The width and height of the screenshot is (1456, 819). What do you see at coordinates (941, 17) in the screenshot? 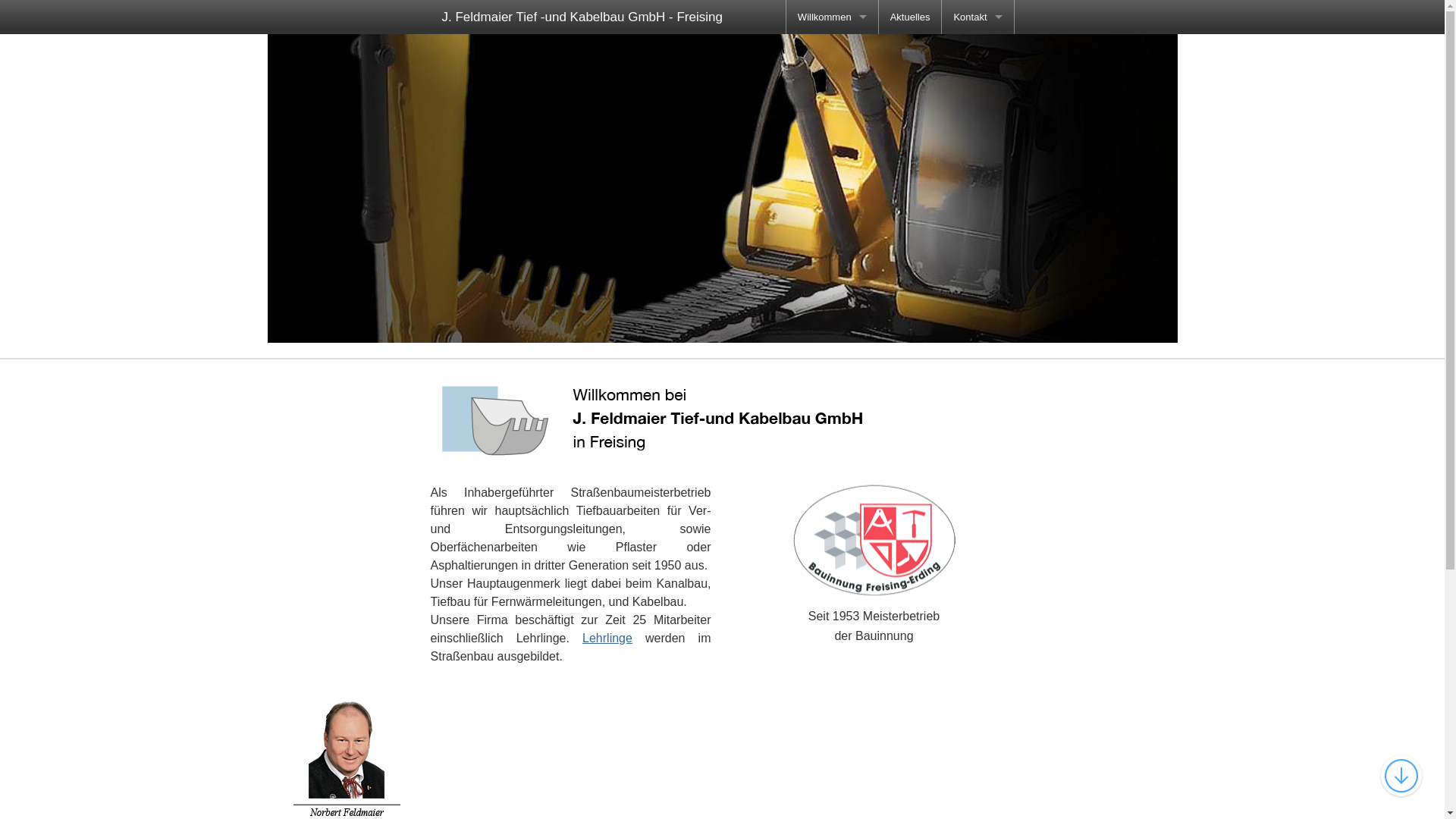
I see `'Kontakt'` at bounding box center [941, 17].